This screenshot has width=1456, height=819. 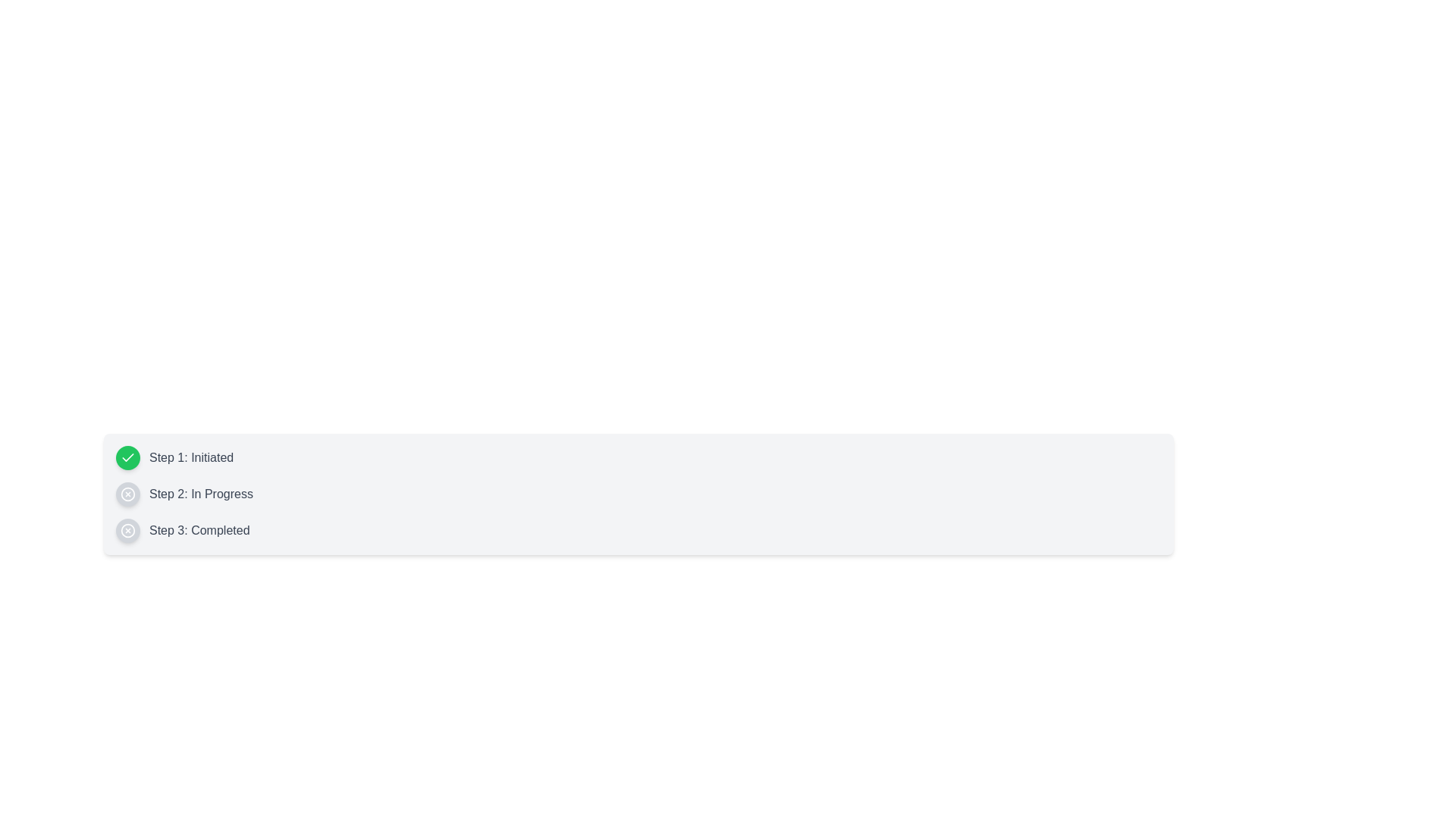 I want to click on the third circular status indicator in the progress tracker, which visually represents the status of the third step, so click(x=127, y=529).